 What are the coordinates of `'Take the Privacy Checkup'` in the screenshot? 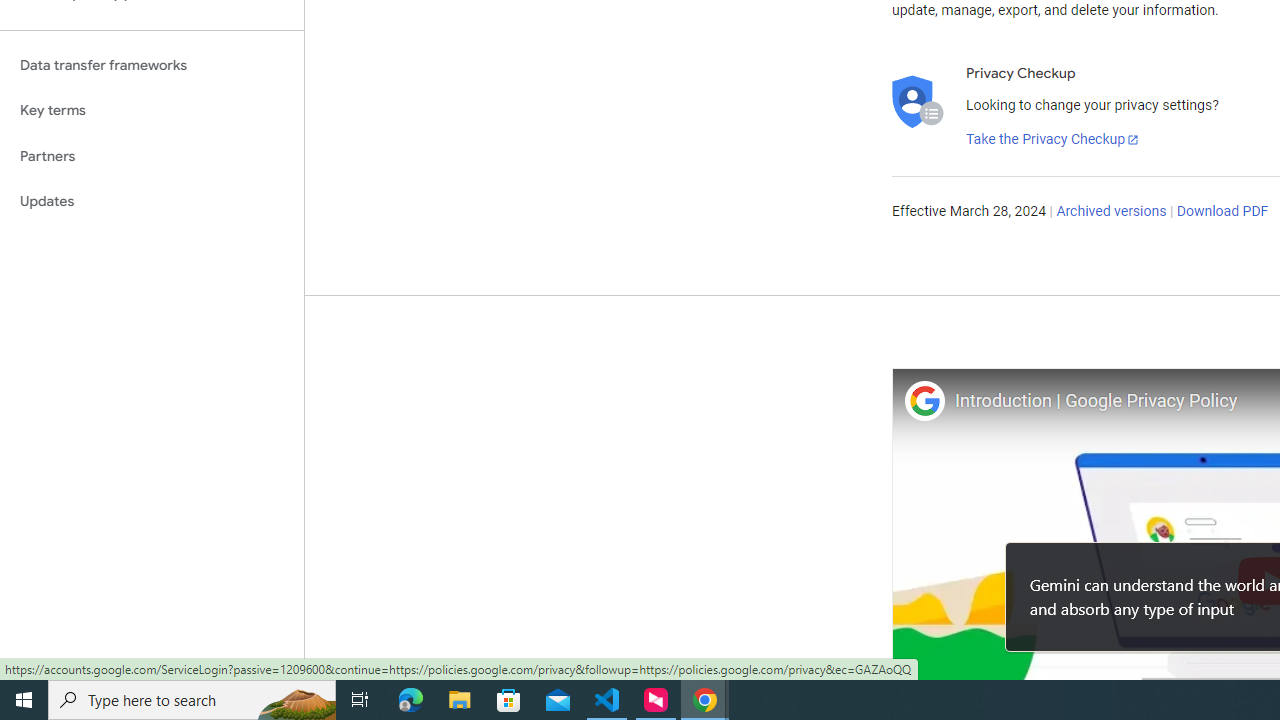 It's located at (1052, 139).